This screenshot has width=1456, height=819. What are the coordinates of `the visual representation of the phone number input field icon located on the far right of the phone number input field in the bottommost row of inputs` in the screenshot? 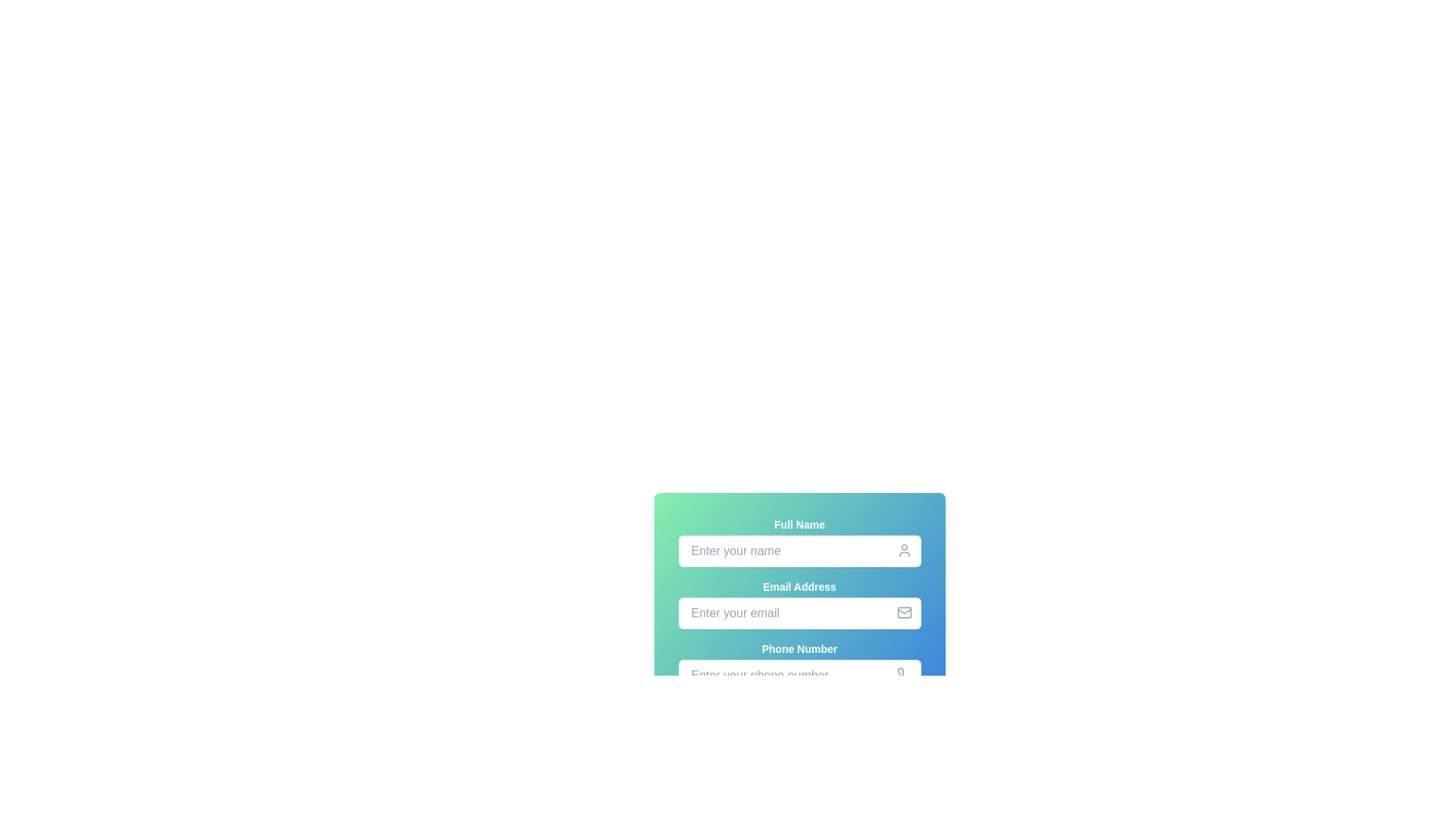 It's located at (904, 674).